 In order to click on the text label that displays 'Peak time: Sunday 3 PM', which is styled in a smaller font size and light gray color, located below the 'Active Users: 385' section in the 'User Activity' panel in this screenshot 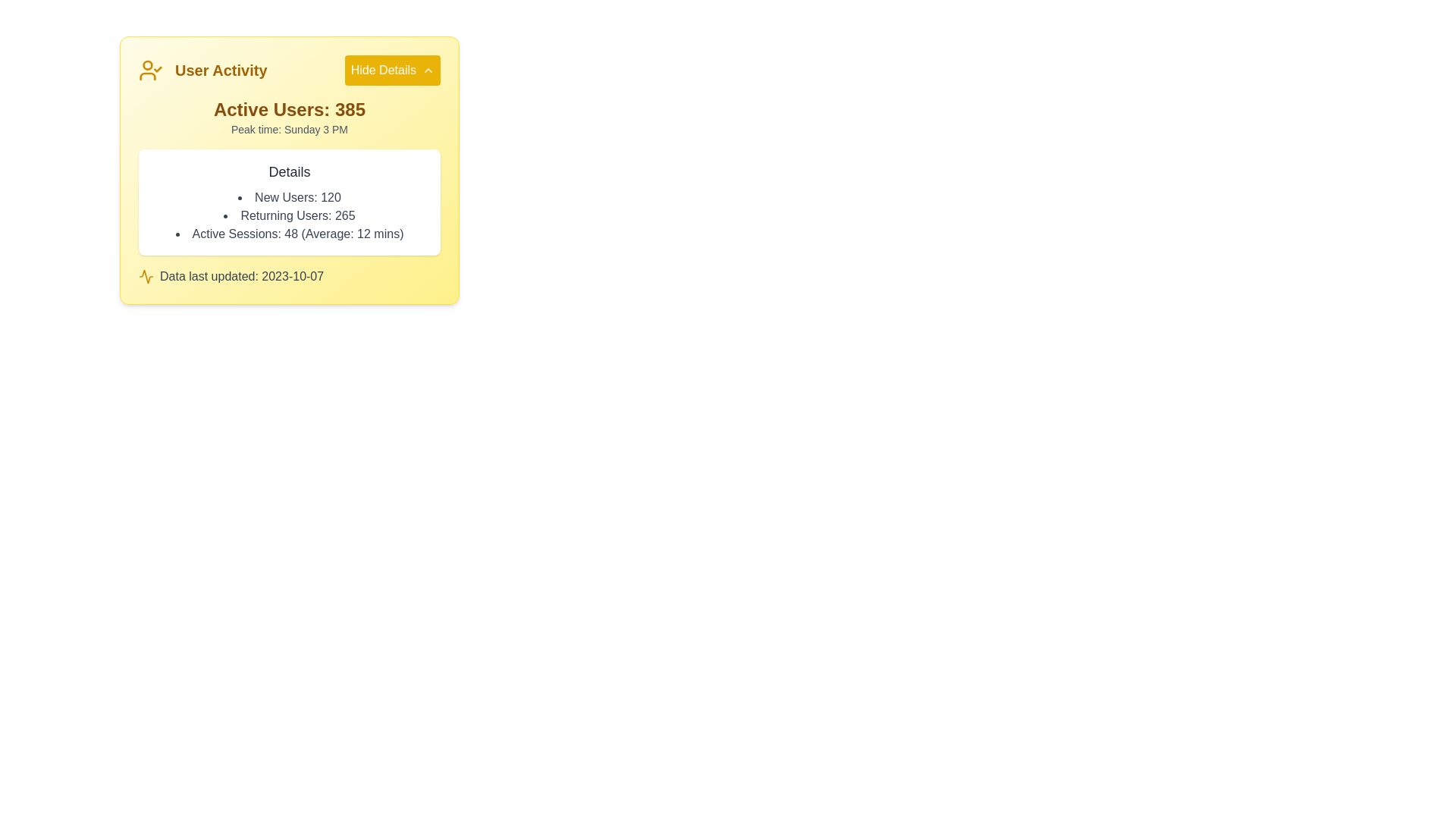, I will do `click(290, 128)`.